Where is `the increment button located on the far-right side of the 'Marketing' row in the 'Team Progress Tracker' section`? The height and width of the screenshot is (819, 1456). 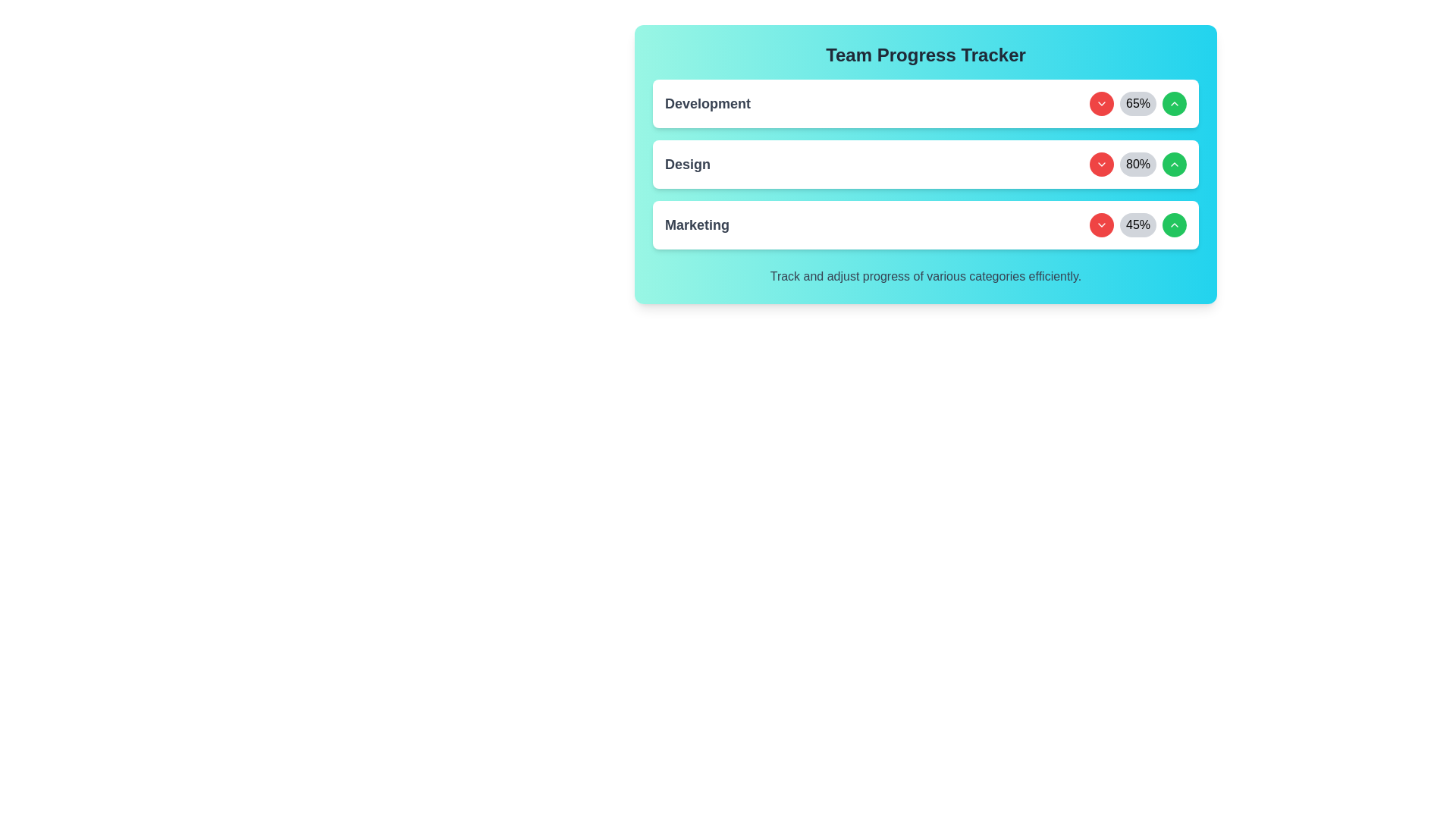 the increment button located on the far-right side of the 'Marketing' row in the 'Team Progress Tracker' section is located at coordinates (1174, 225).